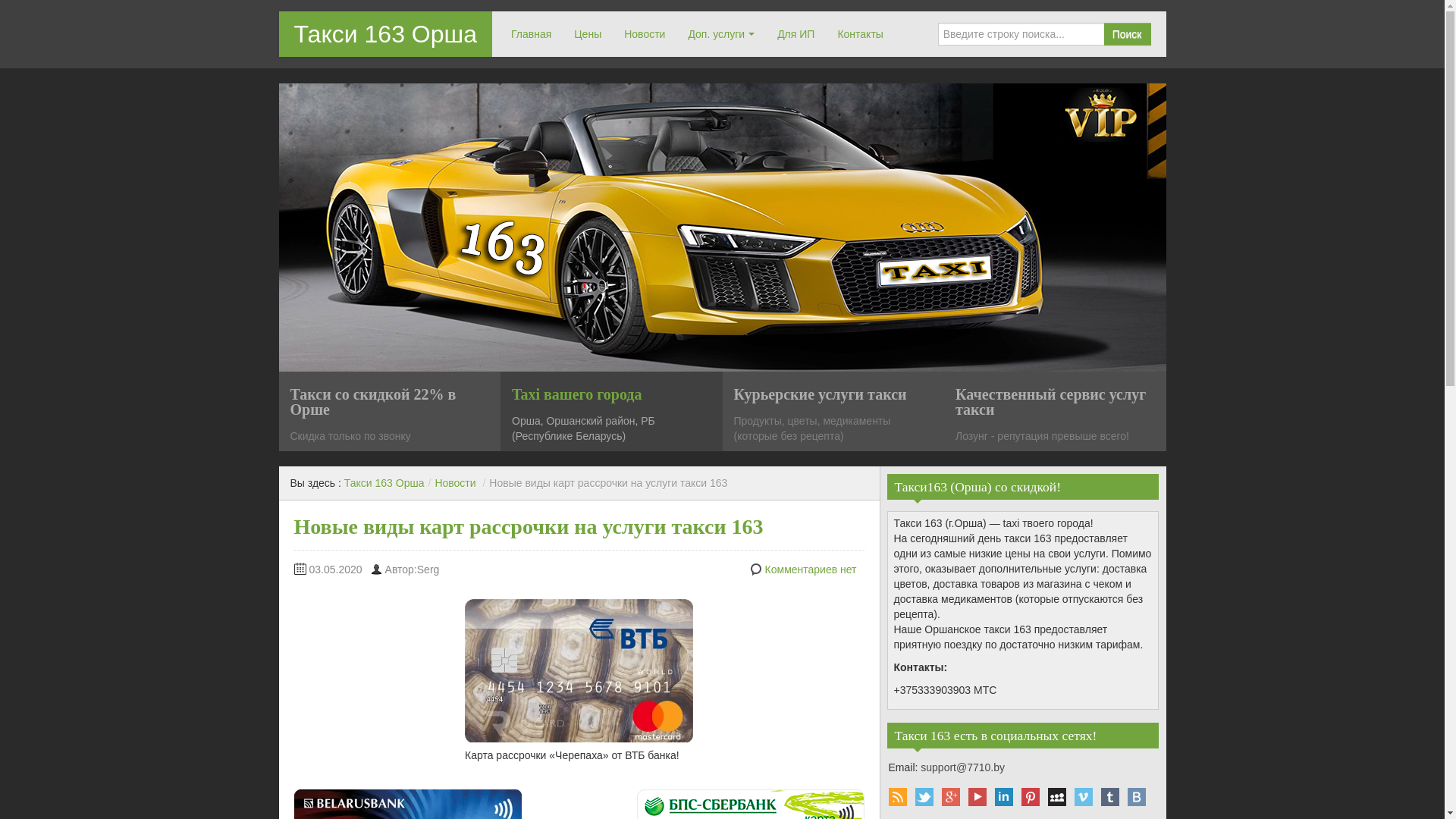 The height and width of the screenshot is (819, 1456). What do you see at coordinates (962, 767) in the screenshot?
I see `'support@7710.by'` at bounding box center [962, 767].